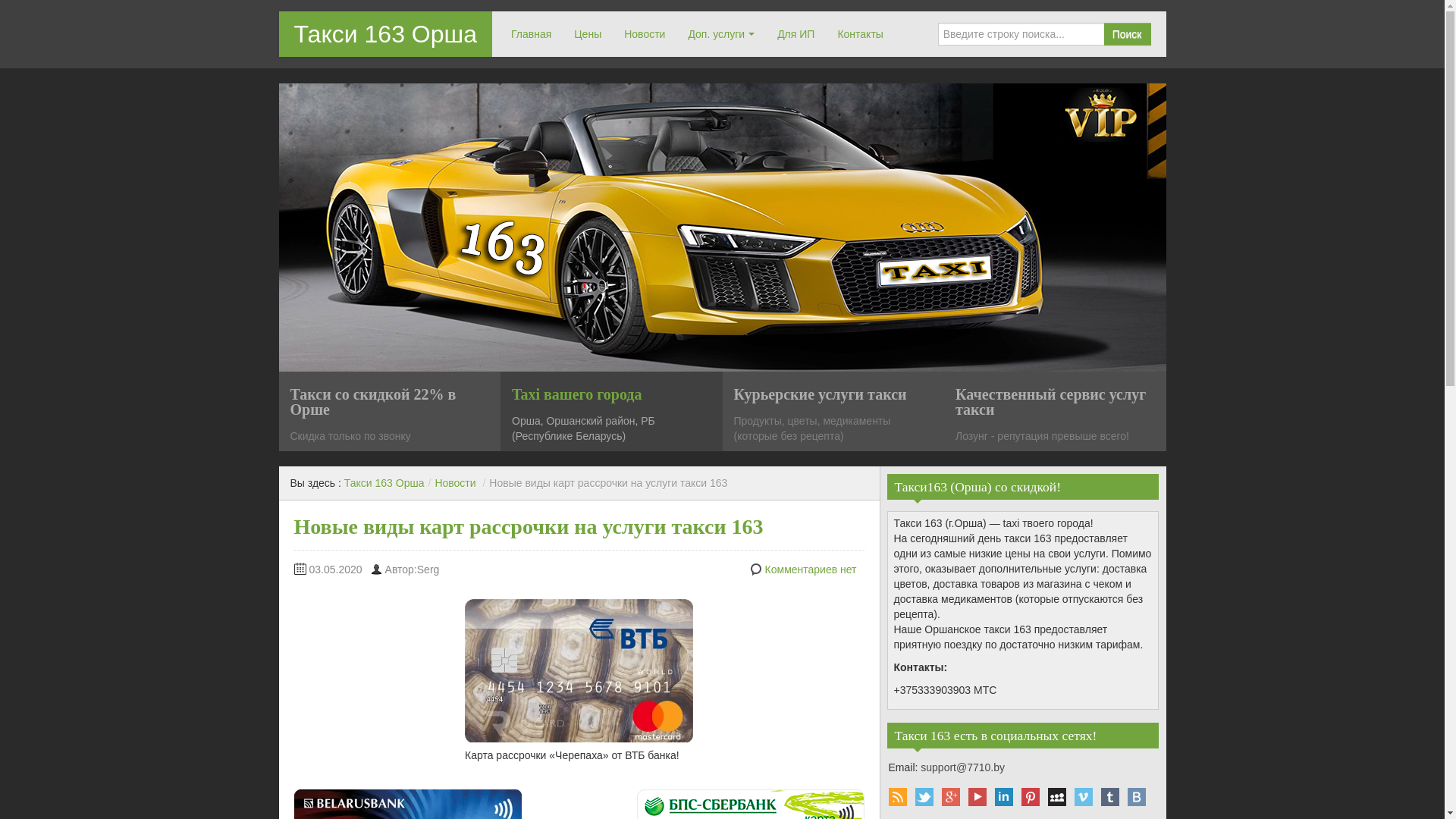 The height and width of the screenshot is (819, 1456). What do you see at coordinates (962, 767) in the screenshot?
I see `'support@7710.by'` at bounding box center [962, 767].